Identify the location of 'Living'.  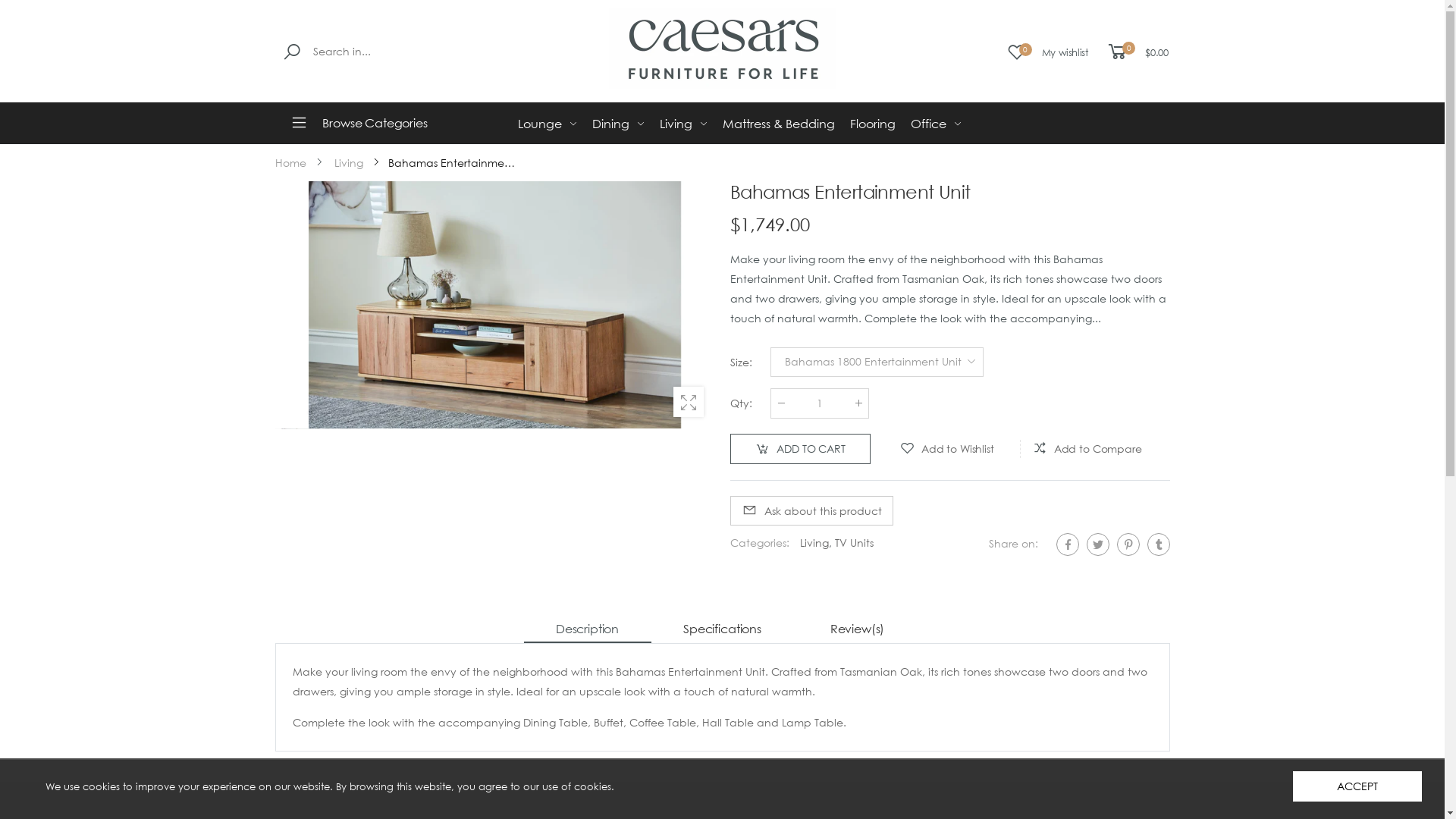
(682, 122).